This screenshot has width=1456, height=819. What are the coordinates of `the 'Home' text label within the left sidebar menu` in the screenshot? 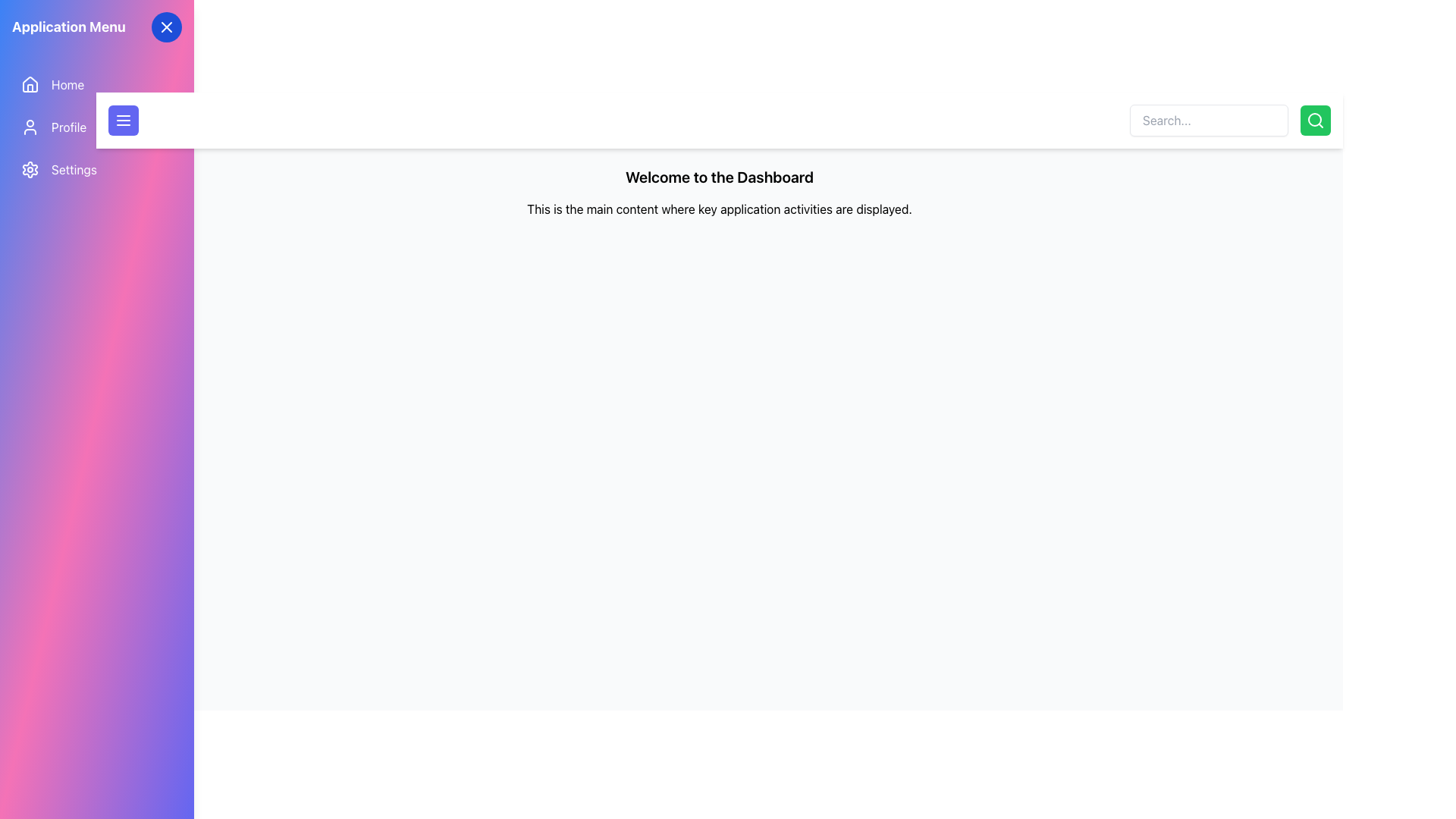 It's located at (67, 84).